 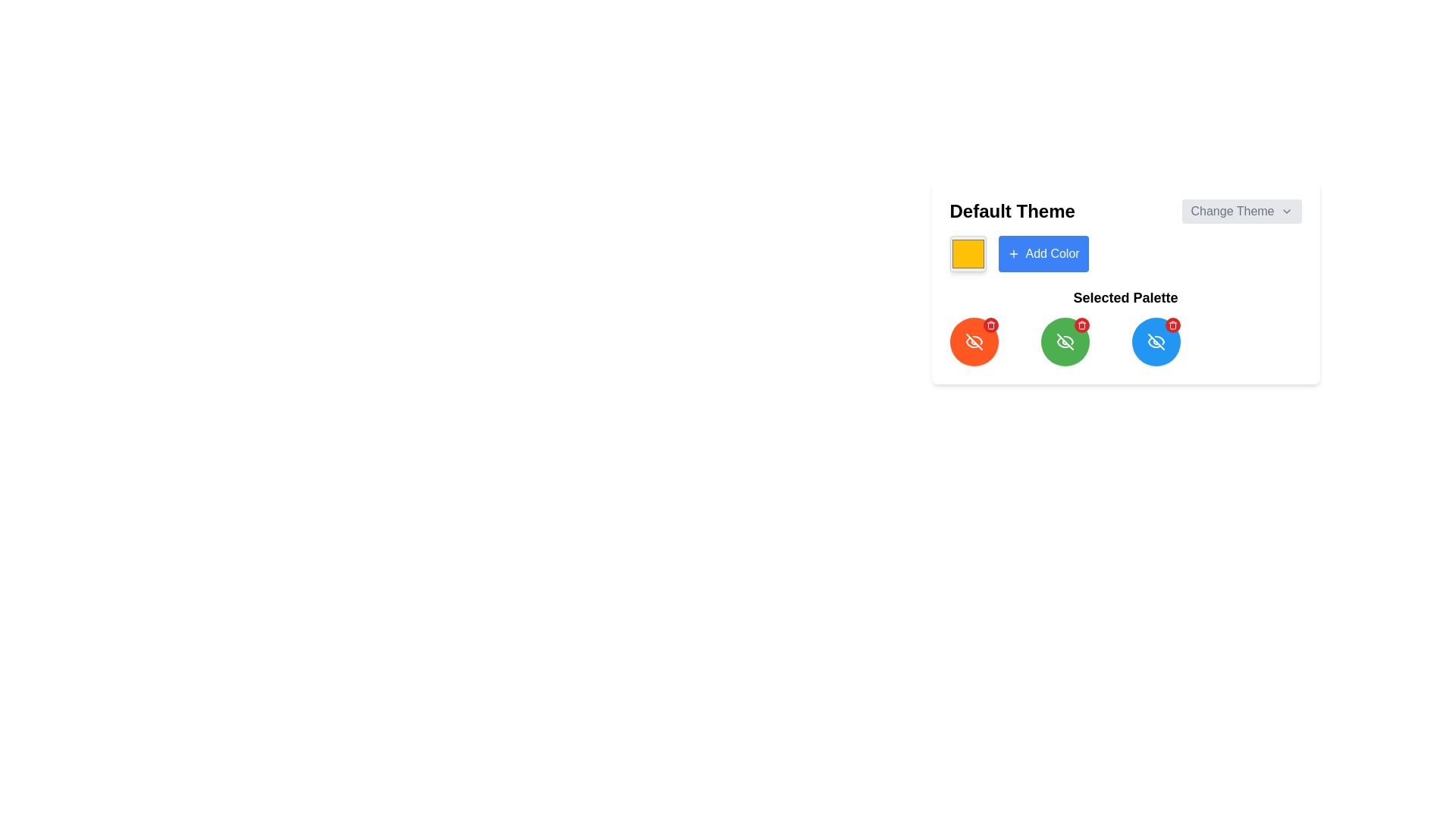 What do you see at coordinates (1064, 342) in the screenshot?
I see `the eye-off icon within the 'Selected Palette' section, which is the green circular icon located` at bounding box center [1064, 342].